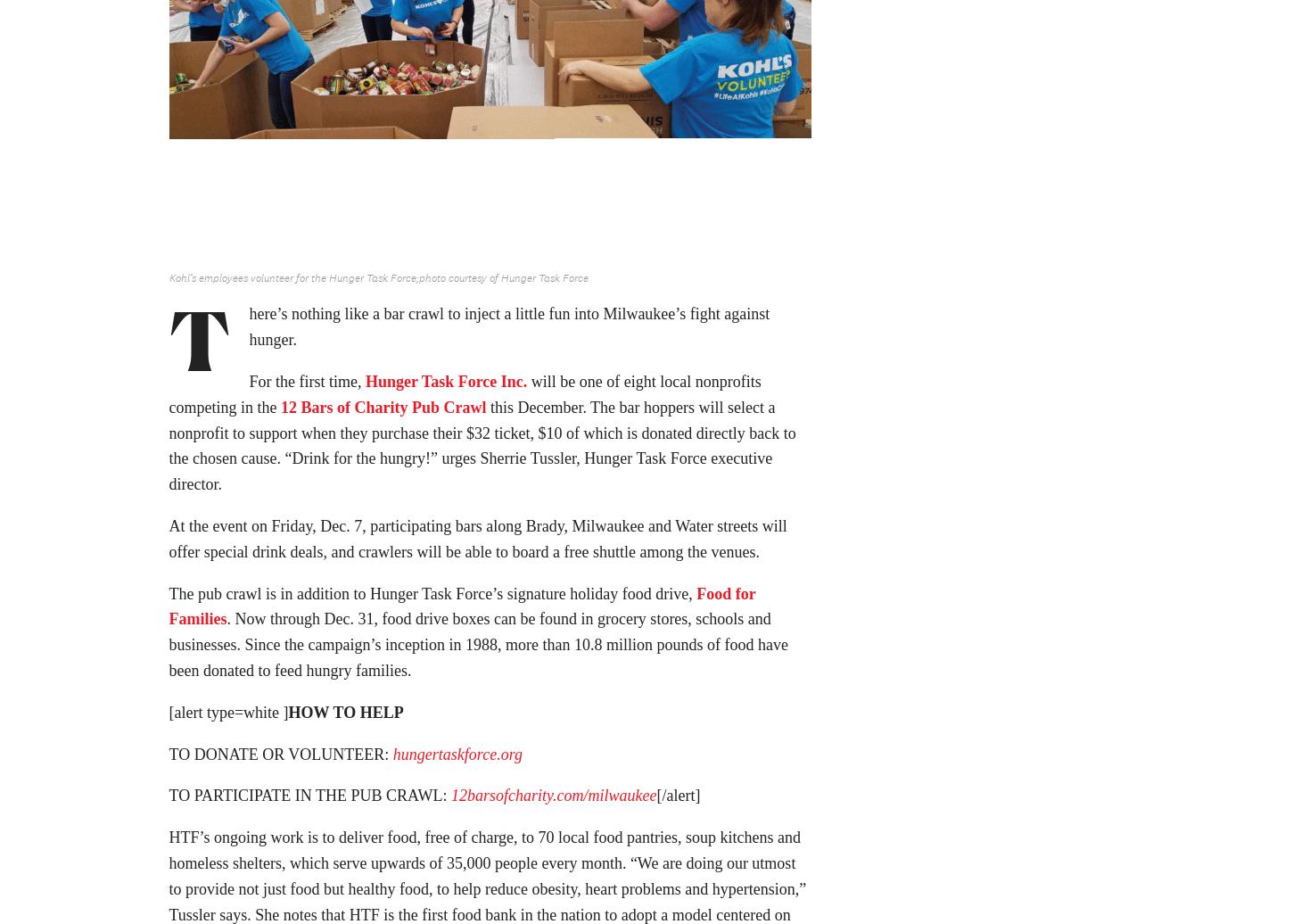 This screenshot has width=1293, height=924. What do you see at coordinates (432, 598) in the screenshot?
I see `'The pub crawl is in addition to Hunger Task Force’s signature holiday food drive,'` at bounding box center [432, 598].